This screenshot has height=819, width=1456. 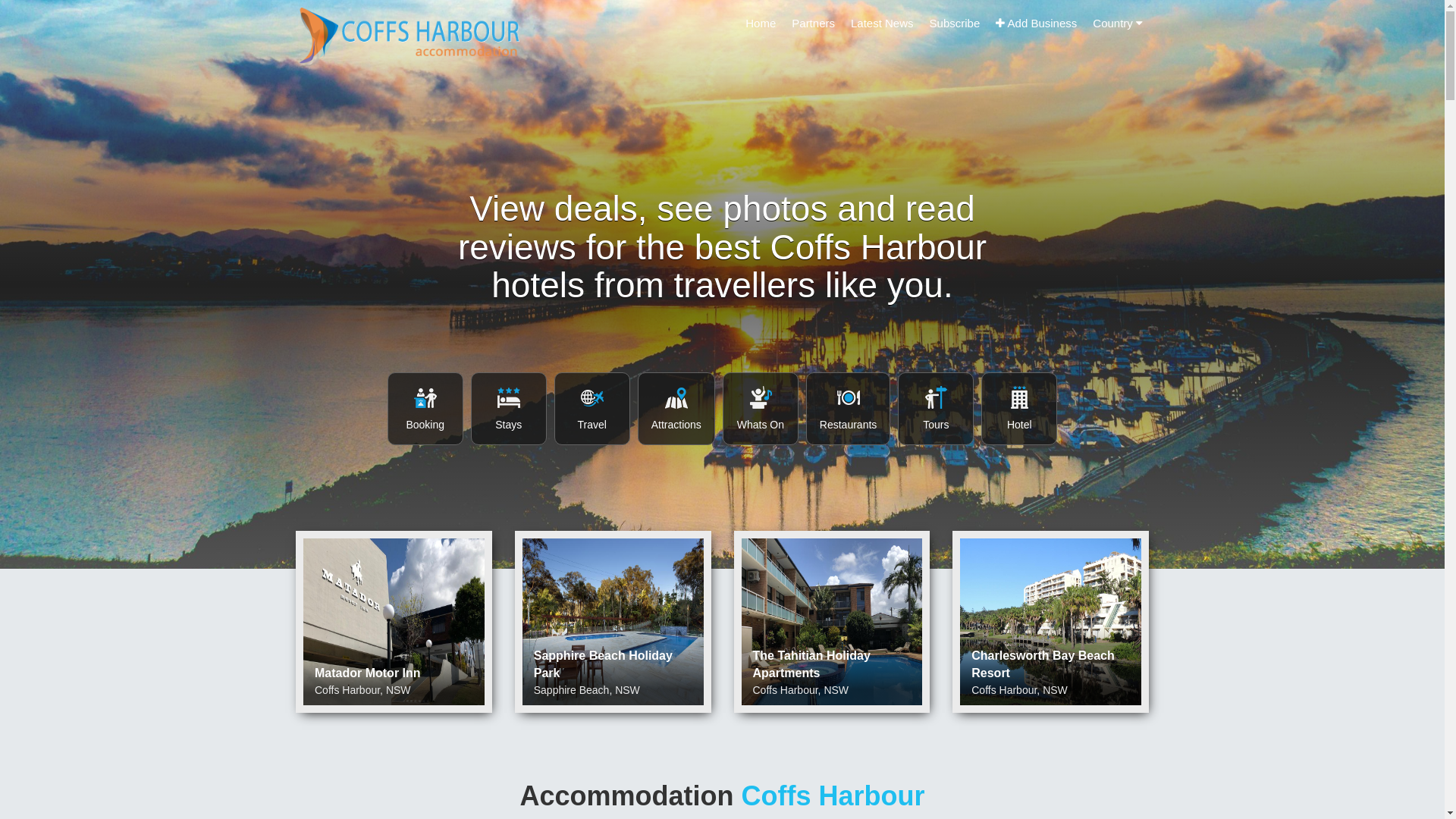 What do you see at coordinates (676, 407) in the screenshot?
I see `'Attractions Accommodation Coffs Harbour'` at bounding box center [676, 407].